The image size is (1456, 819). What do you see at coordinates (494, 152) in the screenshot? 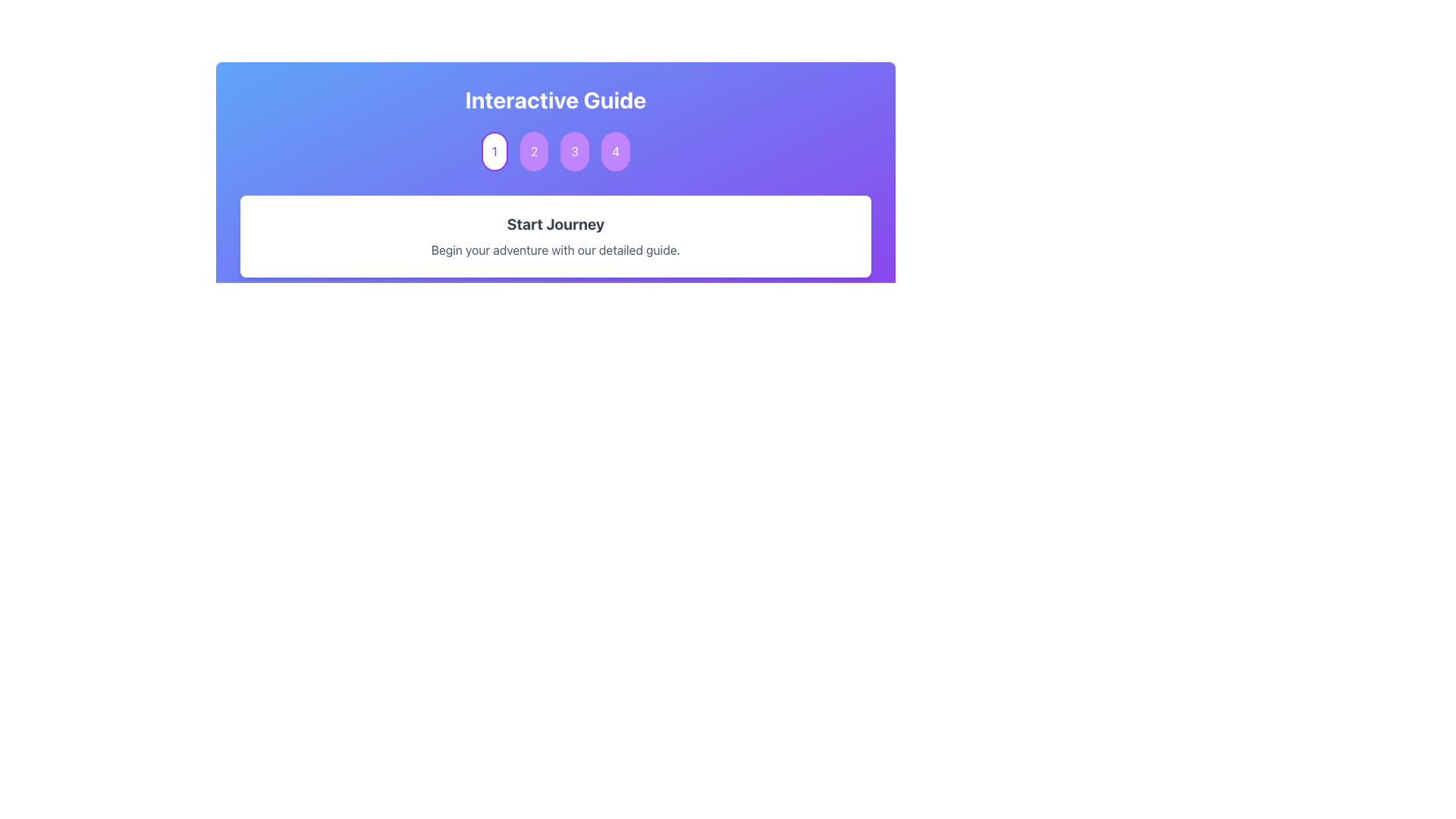
I see `the circular button labeled '1' with a white background and purple border` at bounding box center [494, 152].